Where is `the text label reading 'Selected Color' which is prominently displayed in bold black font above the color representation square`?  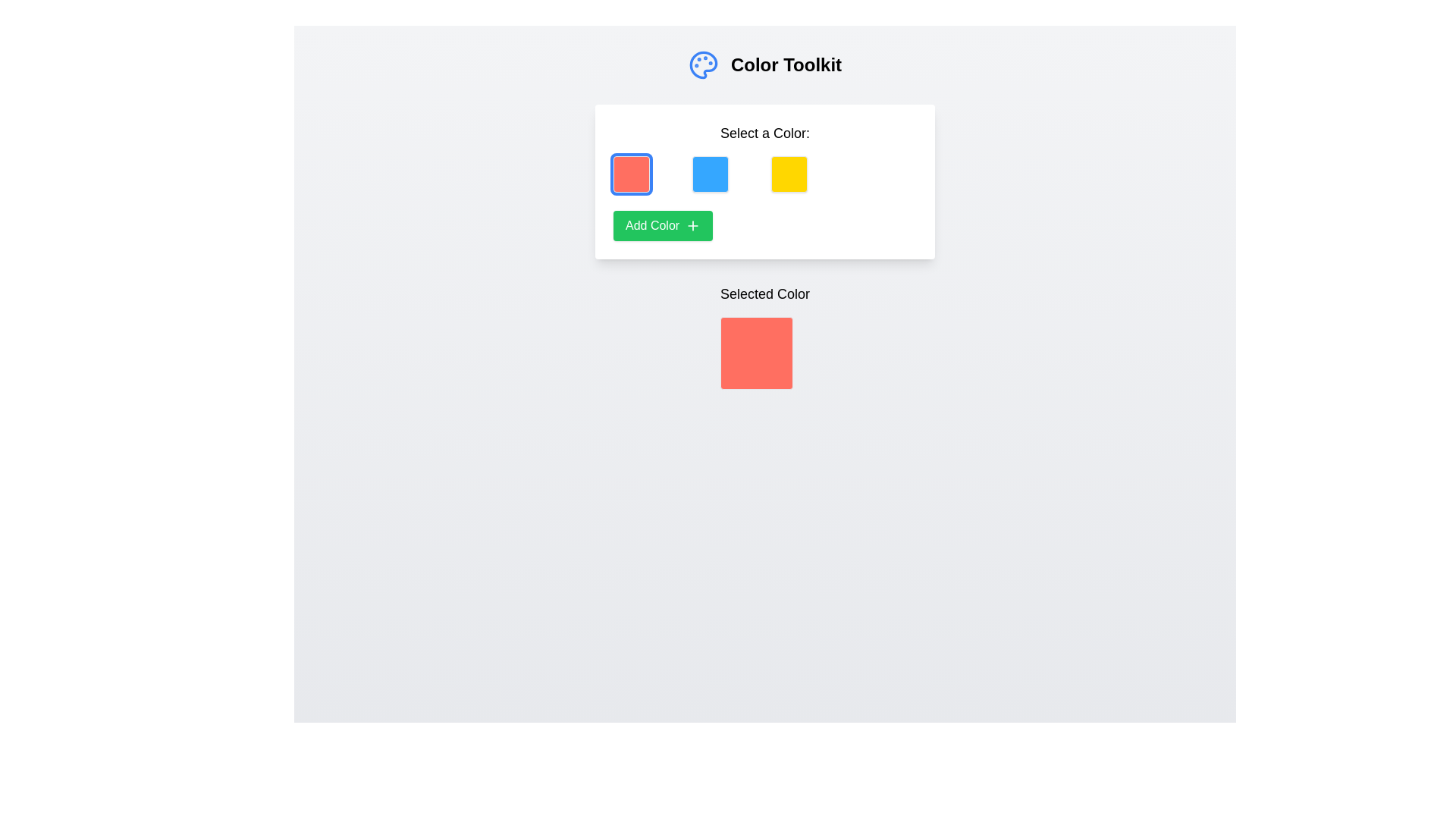 the text label reading 'Selected Color' which is prominently displayed in bold black font above the color representation square is located at coordinates (764, 294).